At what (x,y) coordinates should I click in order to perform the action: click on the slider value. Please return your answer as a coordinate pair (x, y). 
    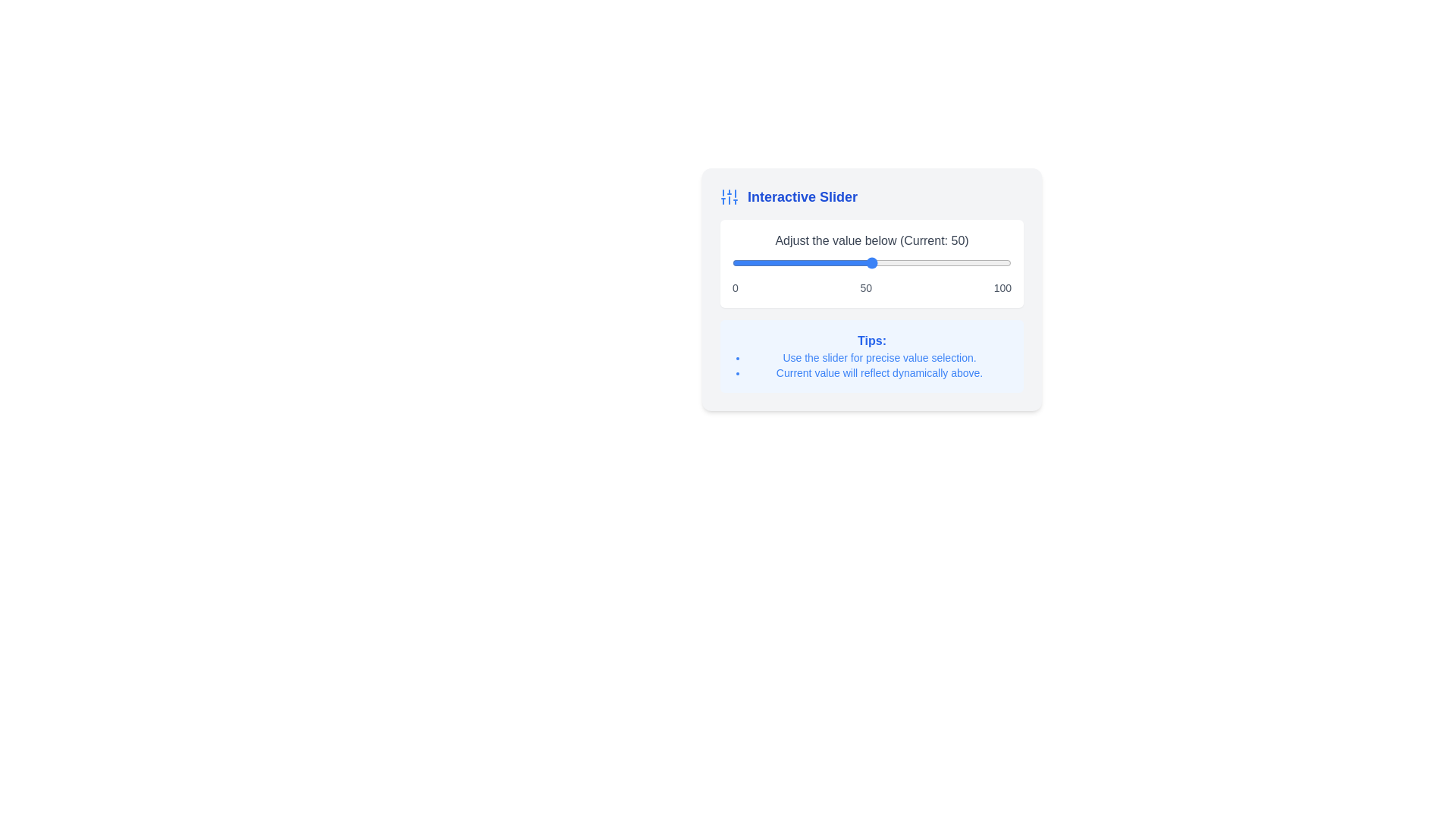
    Looking at the image, I should click on (930, 262).